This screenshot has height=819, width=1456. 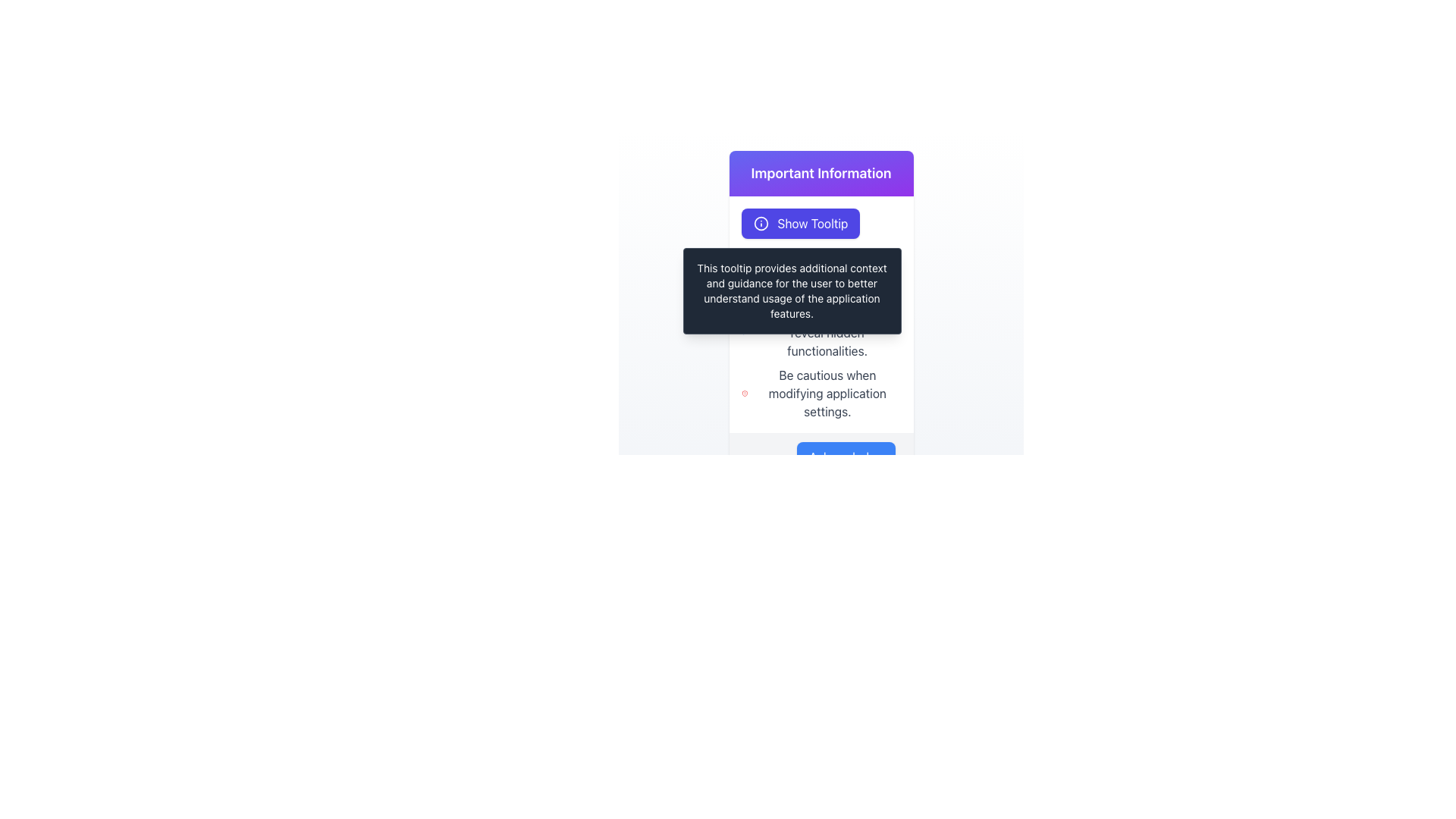 I want to click on the rectangular button with rounded corners, purple background, and white text that reads 'Show Tooltip', located centrally below the 'Important Information' section, so click(x=800, y=223).